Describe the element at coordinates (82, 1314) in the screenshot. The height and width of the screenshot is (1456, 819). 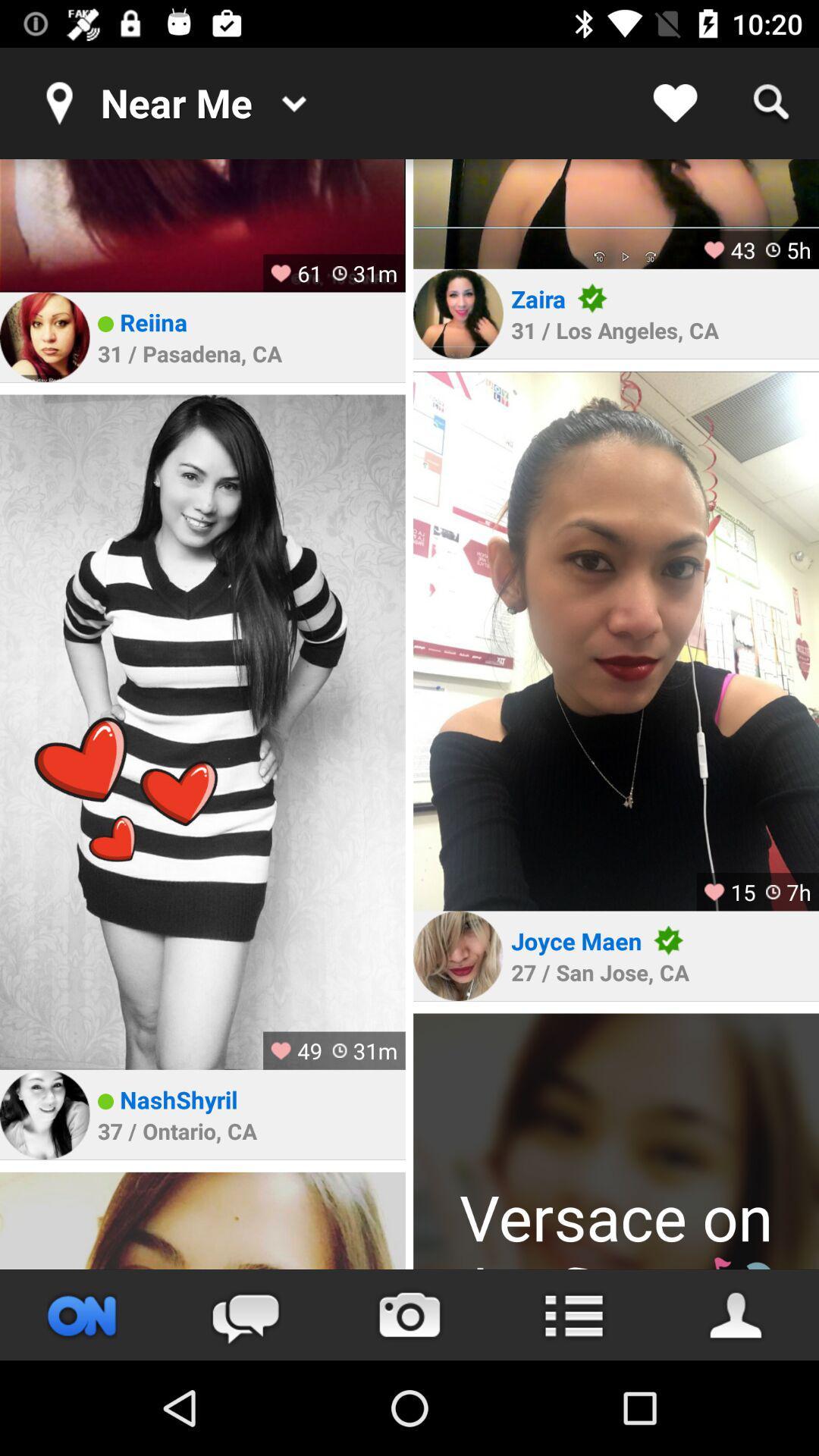
I see `app activated` at that location.